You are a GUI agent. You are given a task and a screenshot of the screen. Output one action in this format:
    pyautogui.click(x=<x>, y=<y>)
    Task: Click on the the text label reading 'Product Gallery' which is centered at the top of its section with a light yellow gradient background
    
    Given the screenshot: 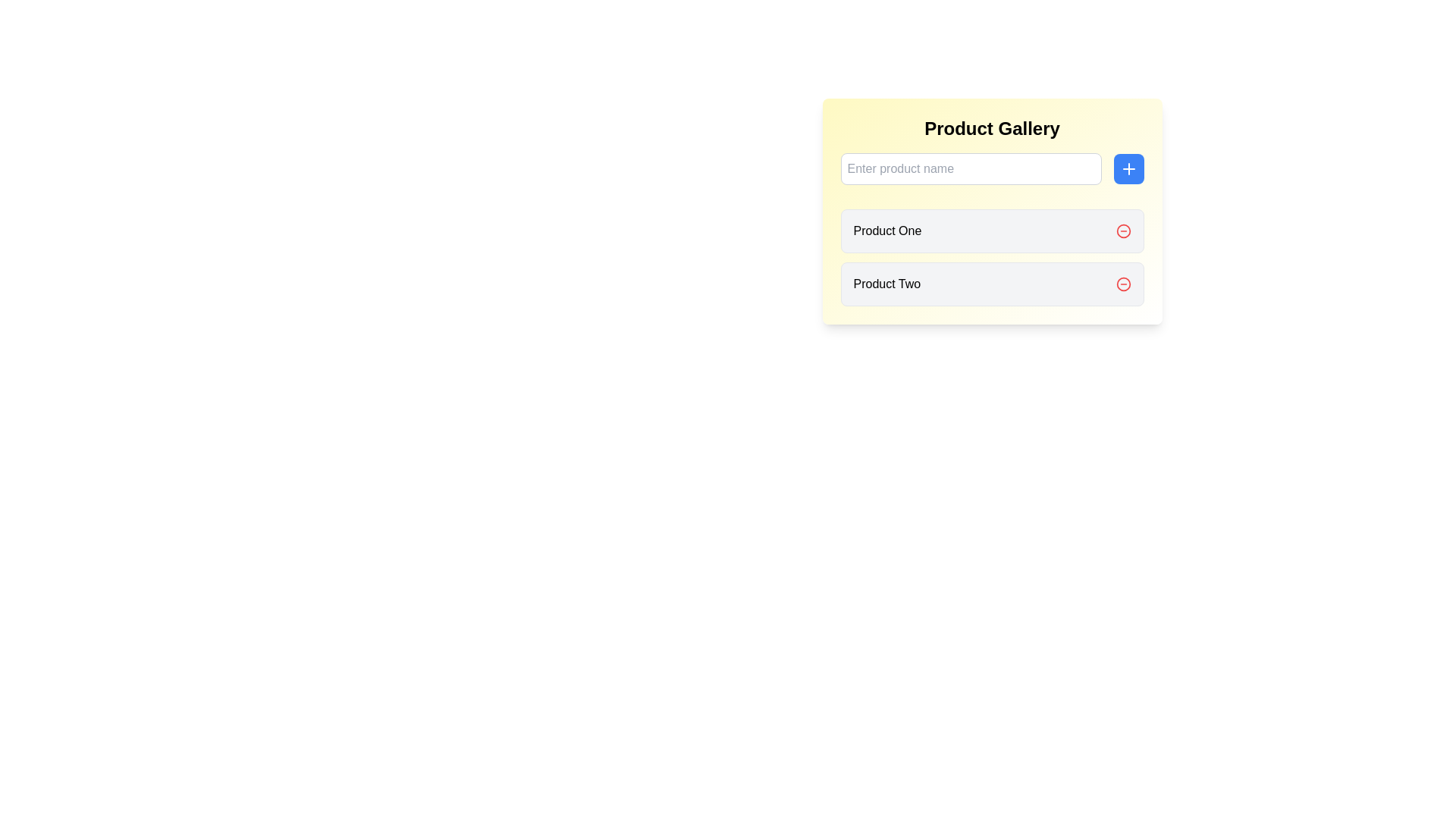 What is the action you would take?
    pyautogui.click(x=992, y=127)
    